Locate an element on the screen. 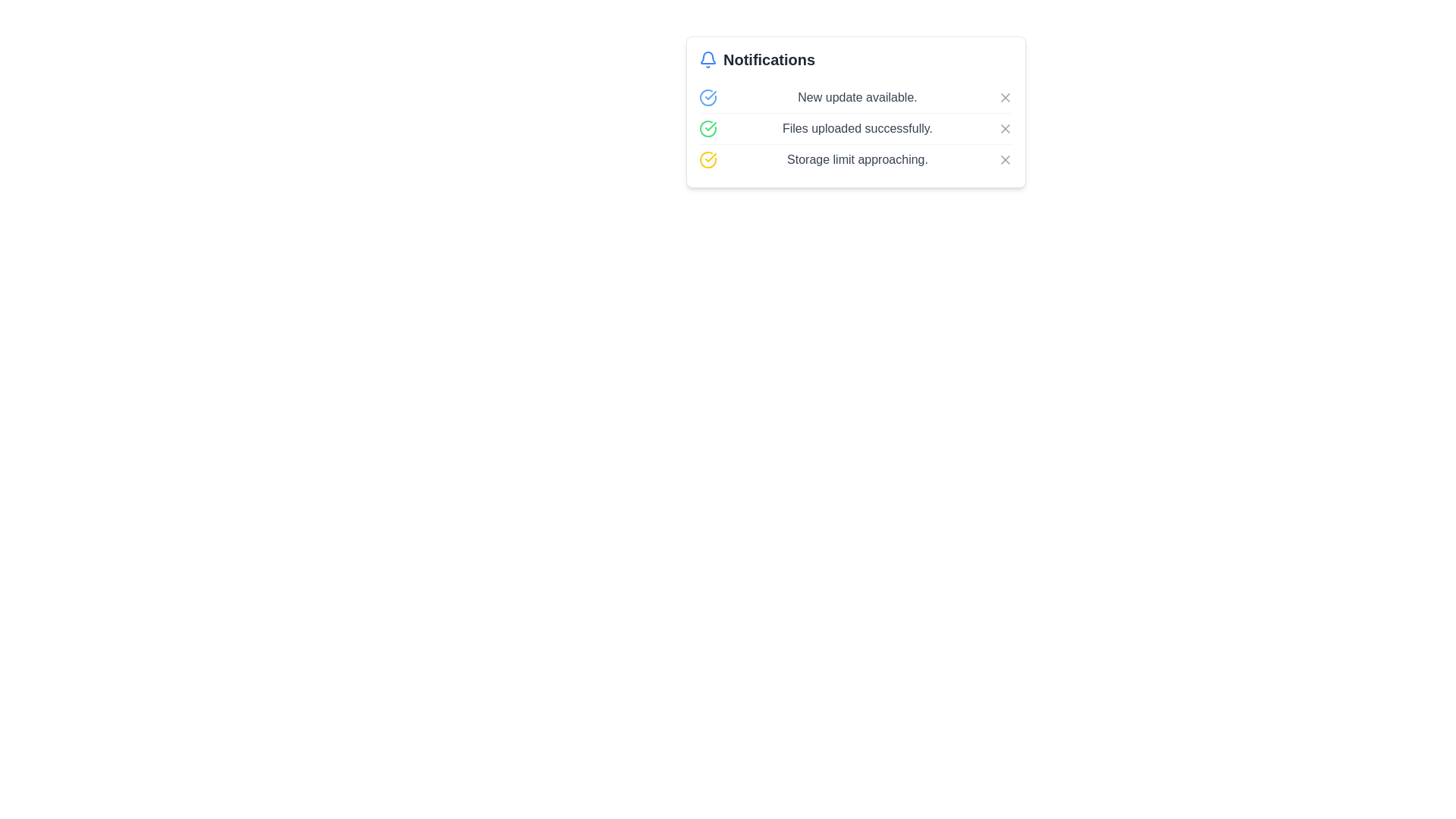 This screenshot has height=819, width=1456. the warning icon indicating 'Storage limit approaching' in the third row of the notification list, which is the leftmost component in that row is located at coordinates (708, 160).